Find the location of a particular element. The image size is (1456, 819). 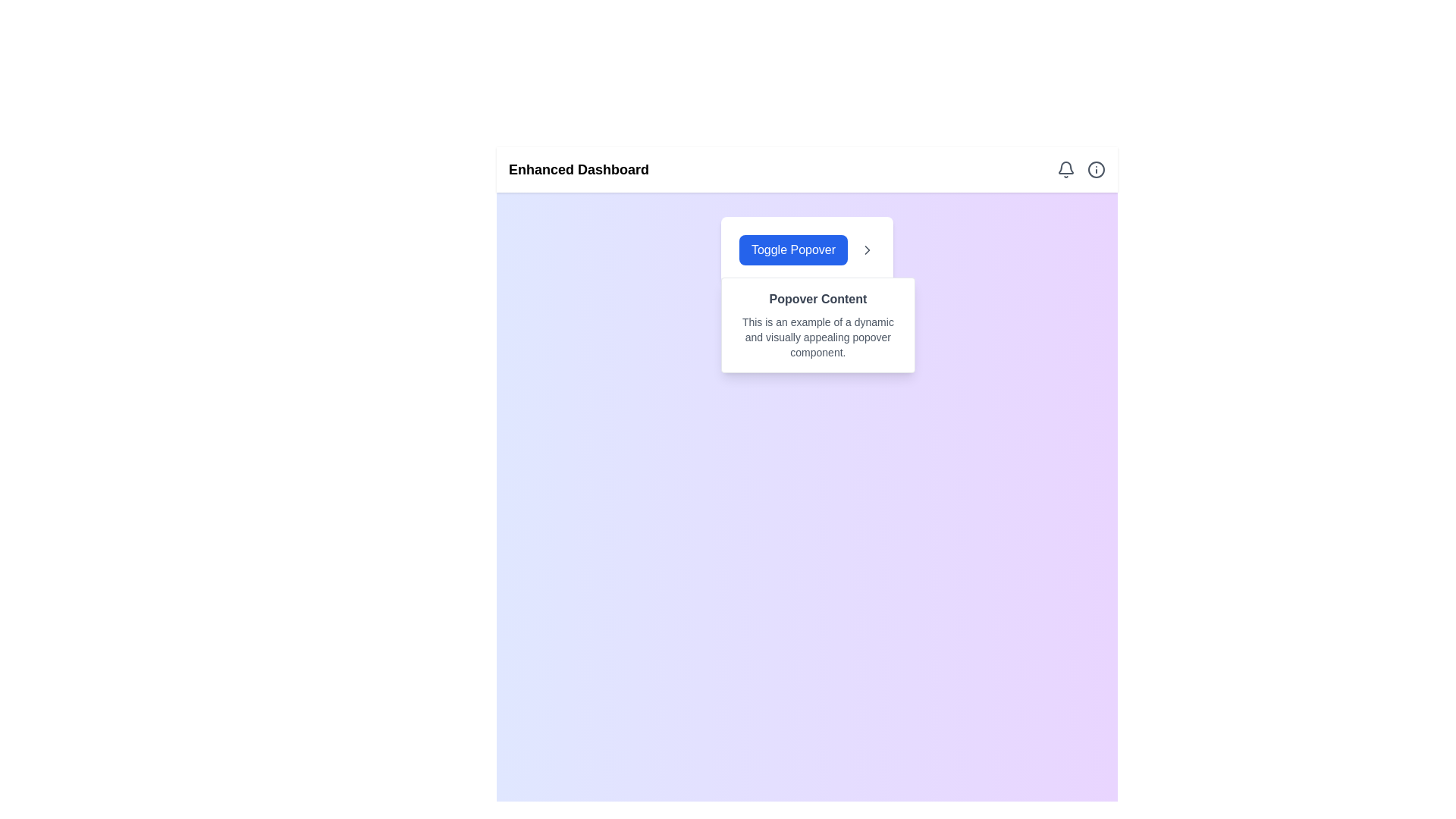

the first circle element within the top-right section of the SVG icon set, which has a defined border and no fill is located at coordinates (1096, 169).